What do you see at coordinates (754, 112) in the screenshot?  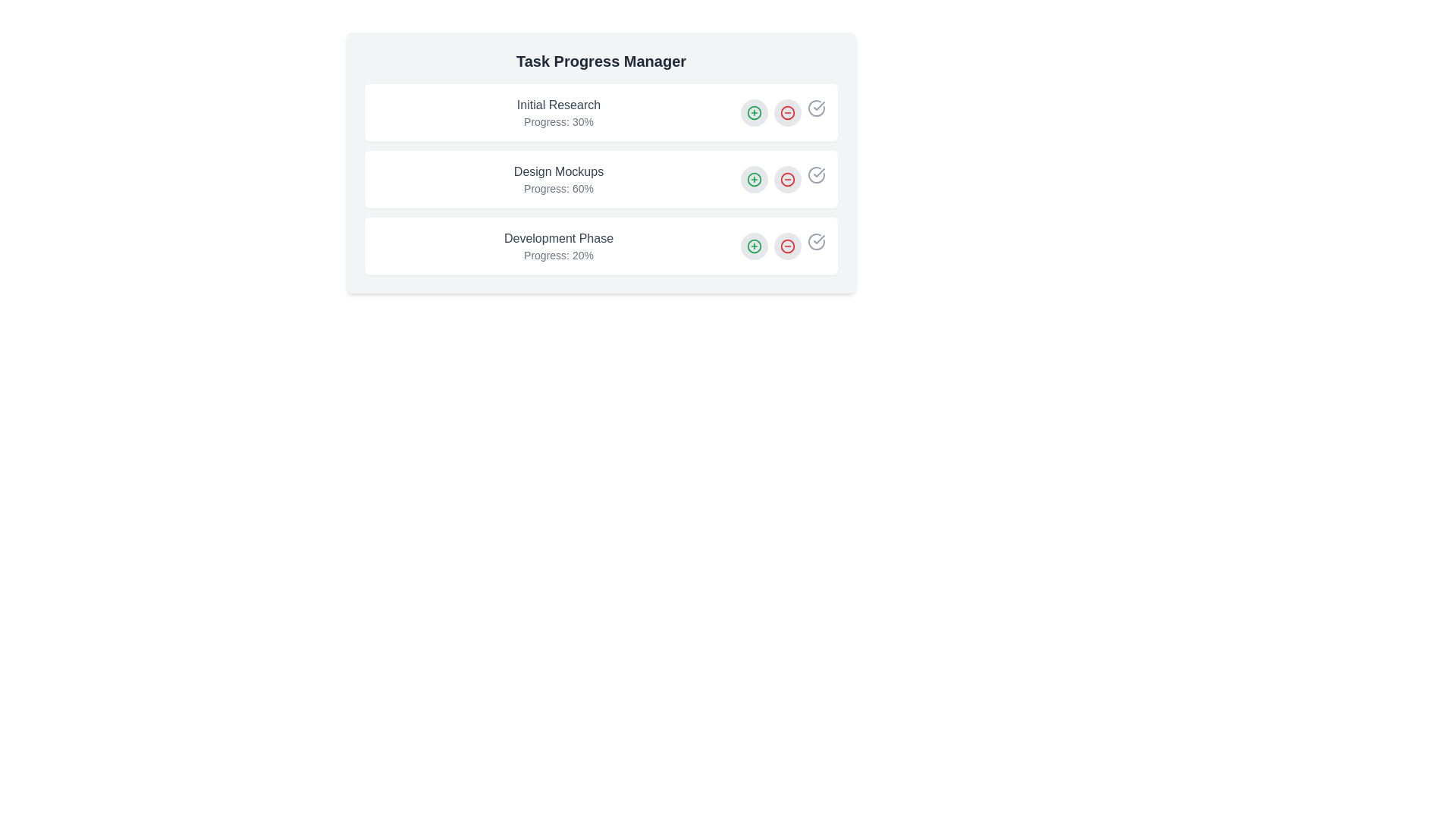 I see `the first button in the horizontal set of three buttons, located to the right of the 'Initial Research' task, for keyboard interaction` at bounding box center [754, 112].